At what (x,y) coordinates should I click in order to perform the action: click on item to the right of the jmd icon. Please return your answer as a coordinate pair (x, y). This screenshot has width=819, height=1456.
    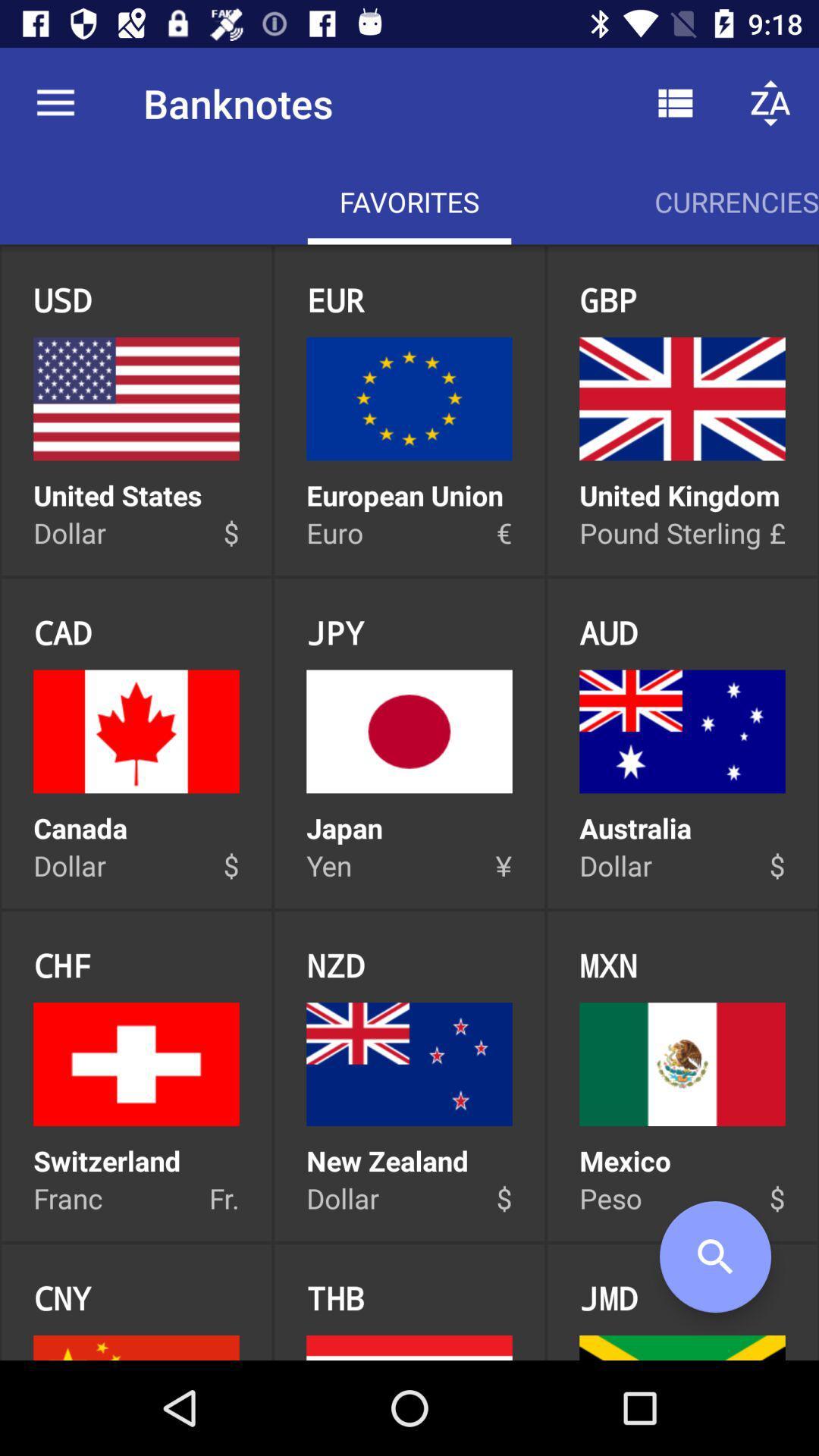
    Looking at the image, I should click on (715, 1257).